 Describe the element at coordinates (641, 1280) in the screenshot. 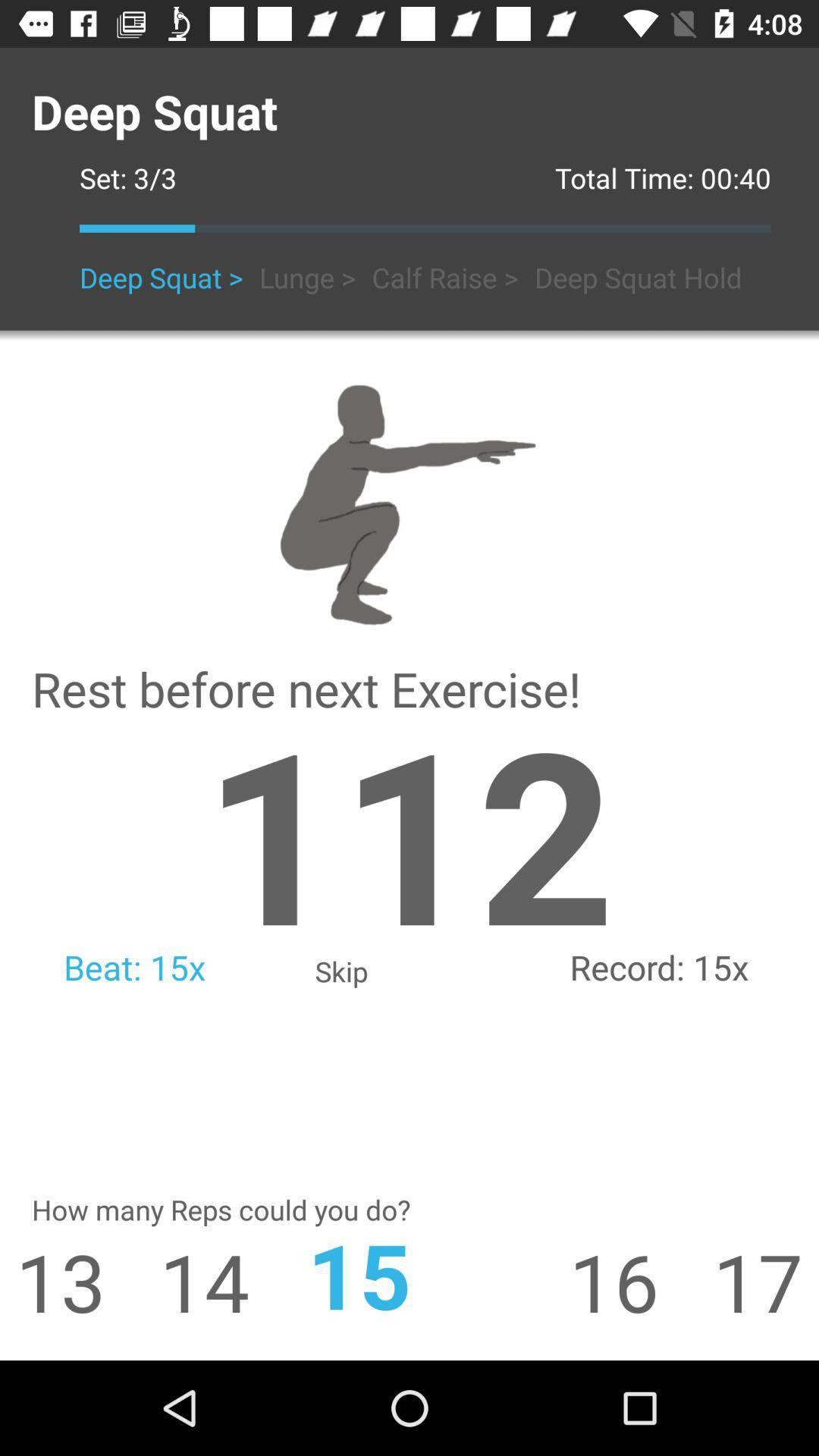

I see `icon next to 17 icon` at that location.